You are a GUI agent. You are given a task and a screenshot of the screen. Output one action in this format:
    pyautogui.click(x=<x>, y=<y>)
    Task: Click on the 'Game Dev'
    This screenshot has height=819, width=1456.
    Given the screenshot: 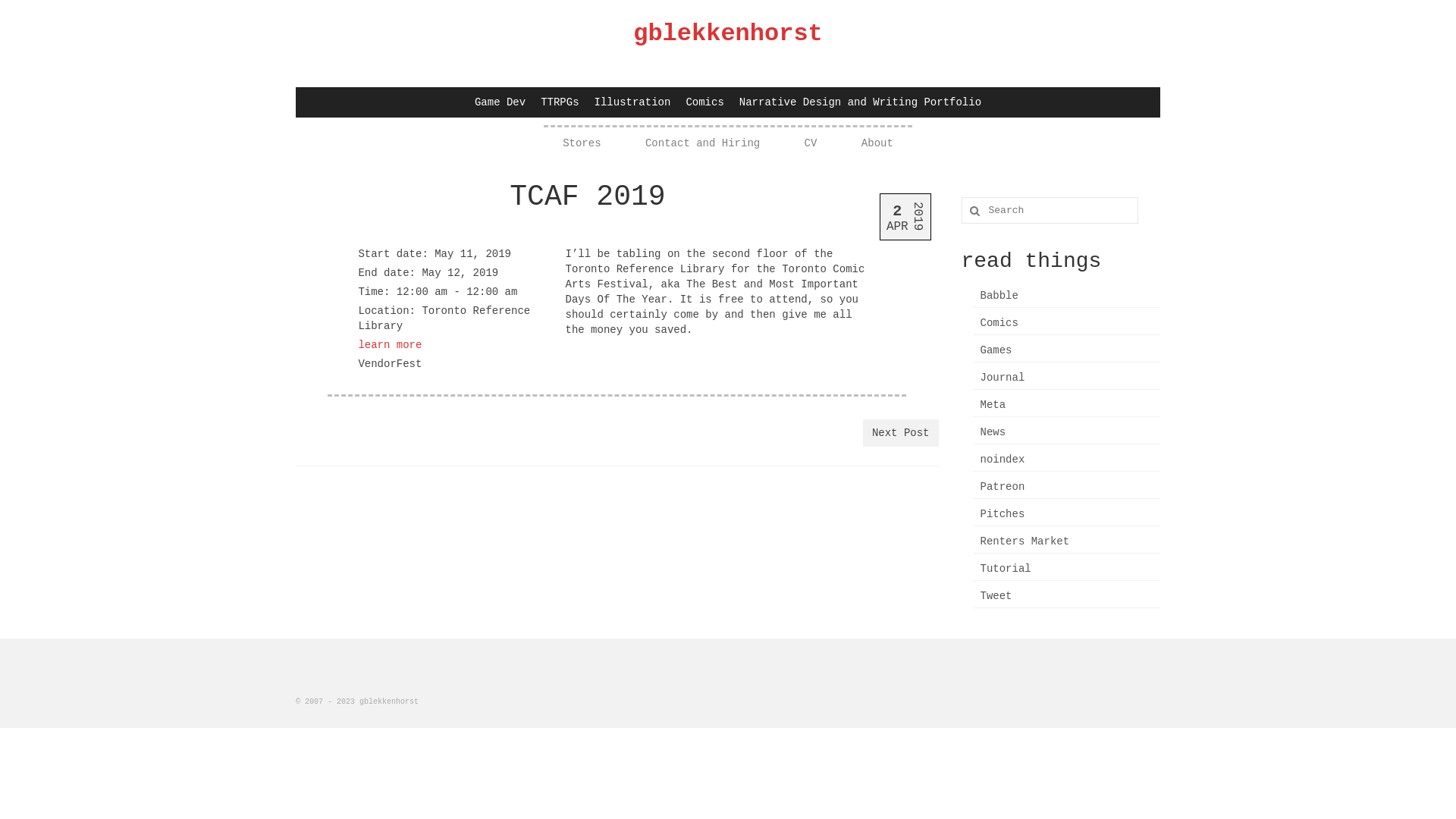 What is the action you would take?
    pyautogui.click(x=500, y=102)
    